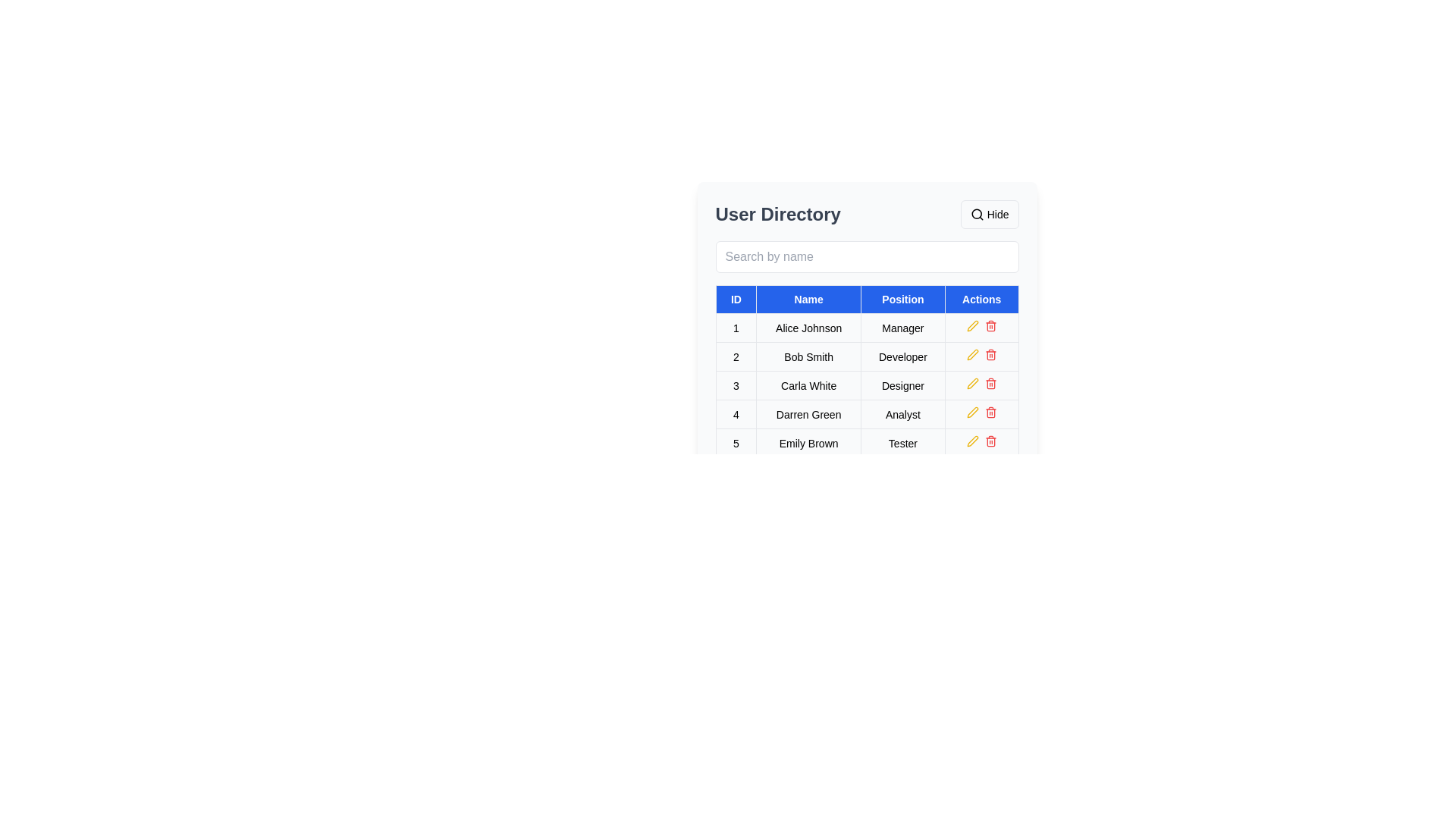 The image size is (1456, 819). Describe the element at coordinates (990, 441) in the screenshot. I see `the delete button located in the Actions column of the fifth row of the User Directory interface` at that location.